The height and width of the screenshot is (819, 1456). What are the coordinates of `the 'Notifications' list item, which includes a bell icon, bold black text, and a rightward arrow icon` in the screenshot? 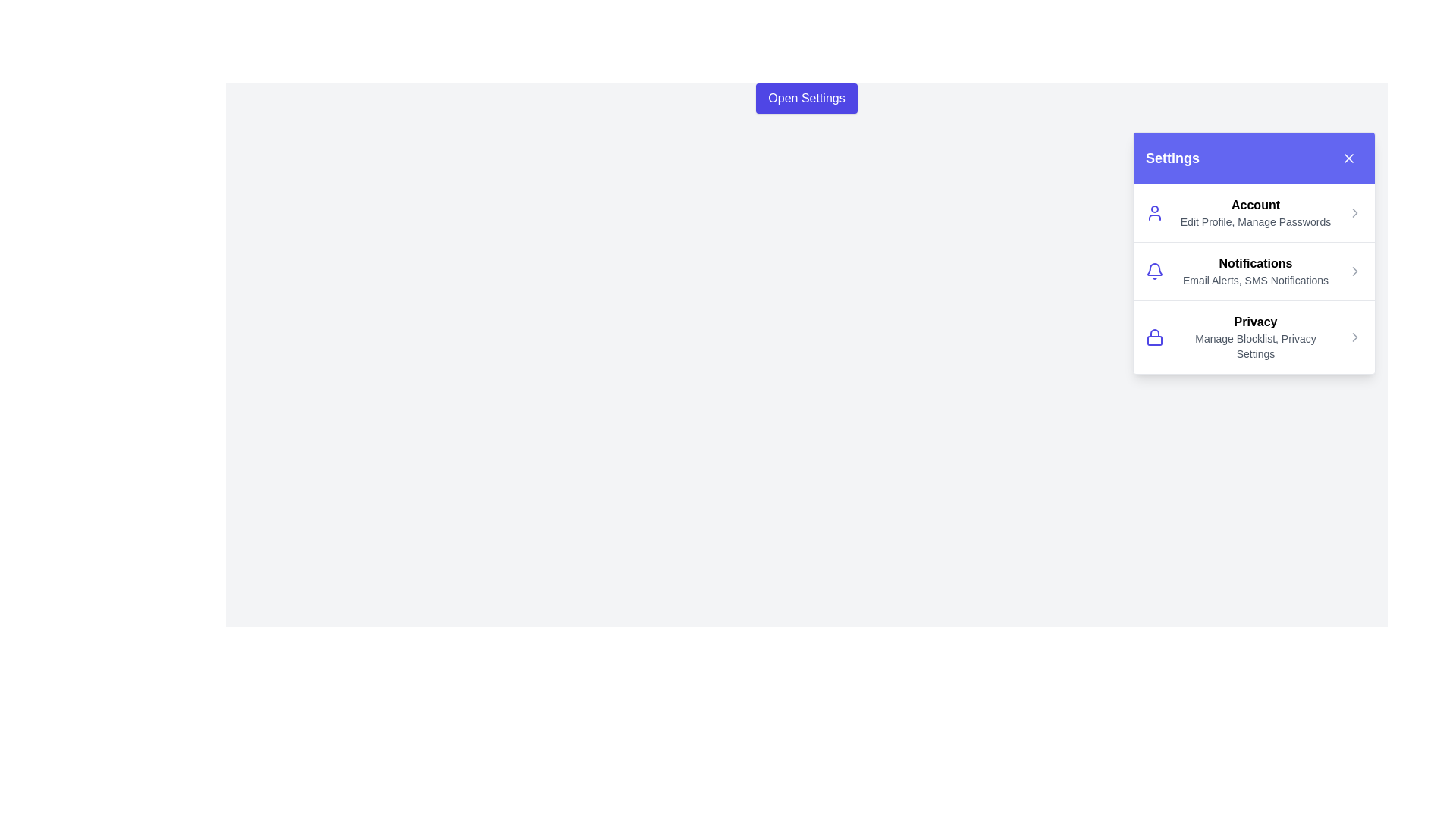 It's located at (1254, 270).